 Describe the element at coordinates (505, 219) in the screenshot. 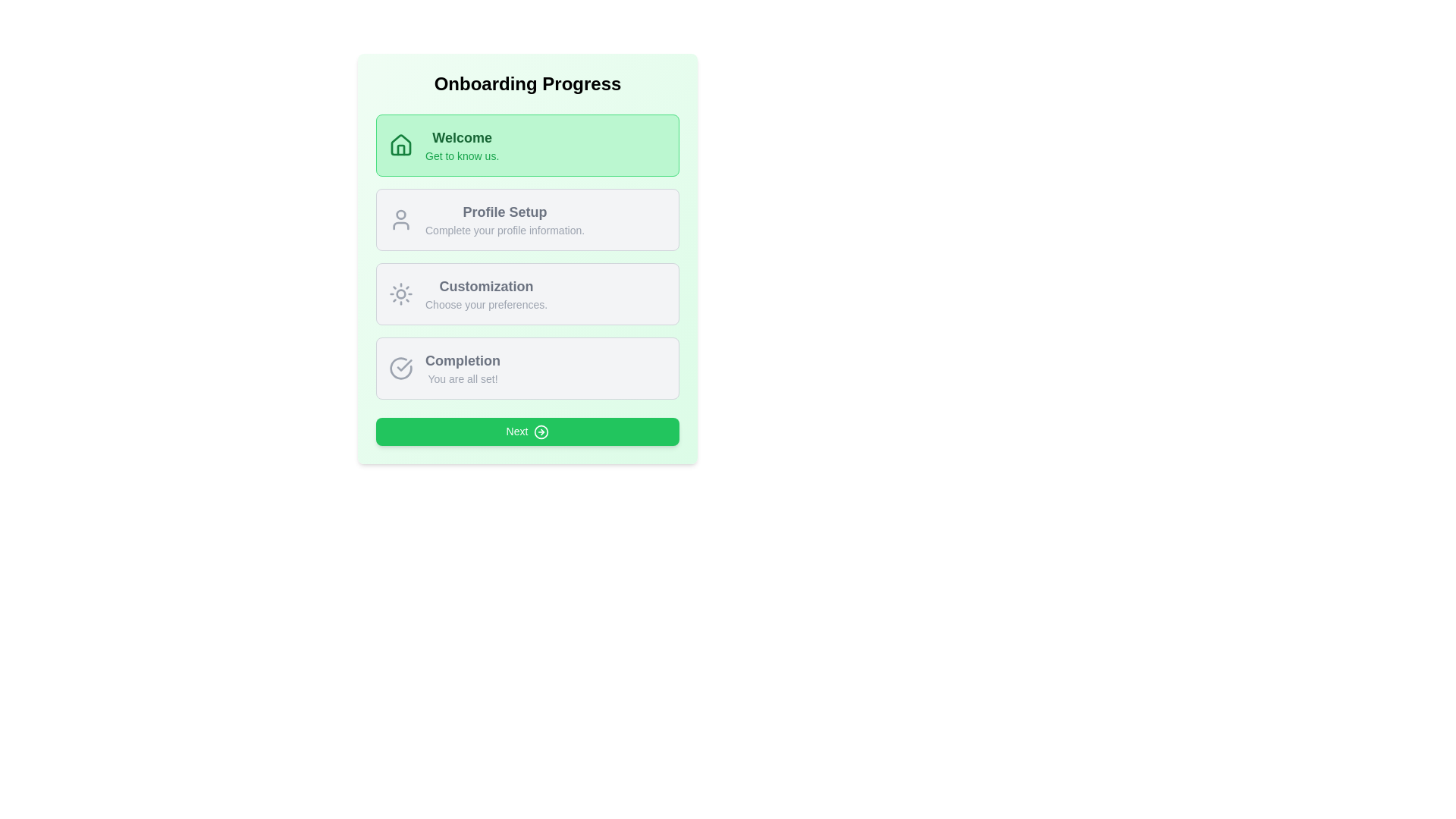

I see `informational display that shows 'Profile Setup' with the subtext 'Complete your profile information.' This element is the second step in the onboarding process, positioned between 'Welcome' and 'Customization.'` at that location.